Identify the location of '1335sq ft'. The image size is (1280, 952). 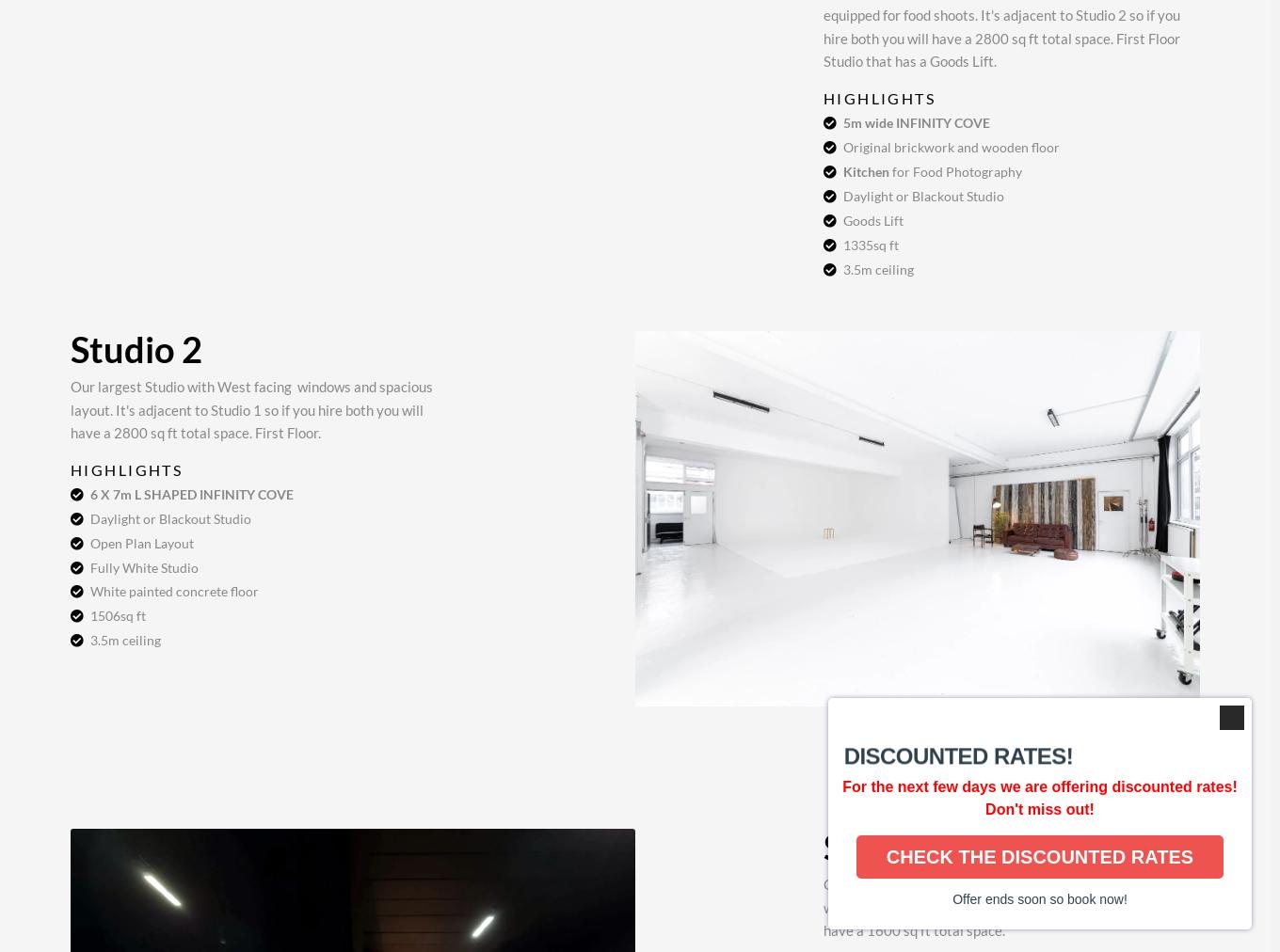
(871, 243).